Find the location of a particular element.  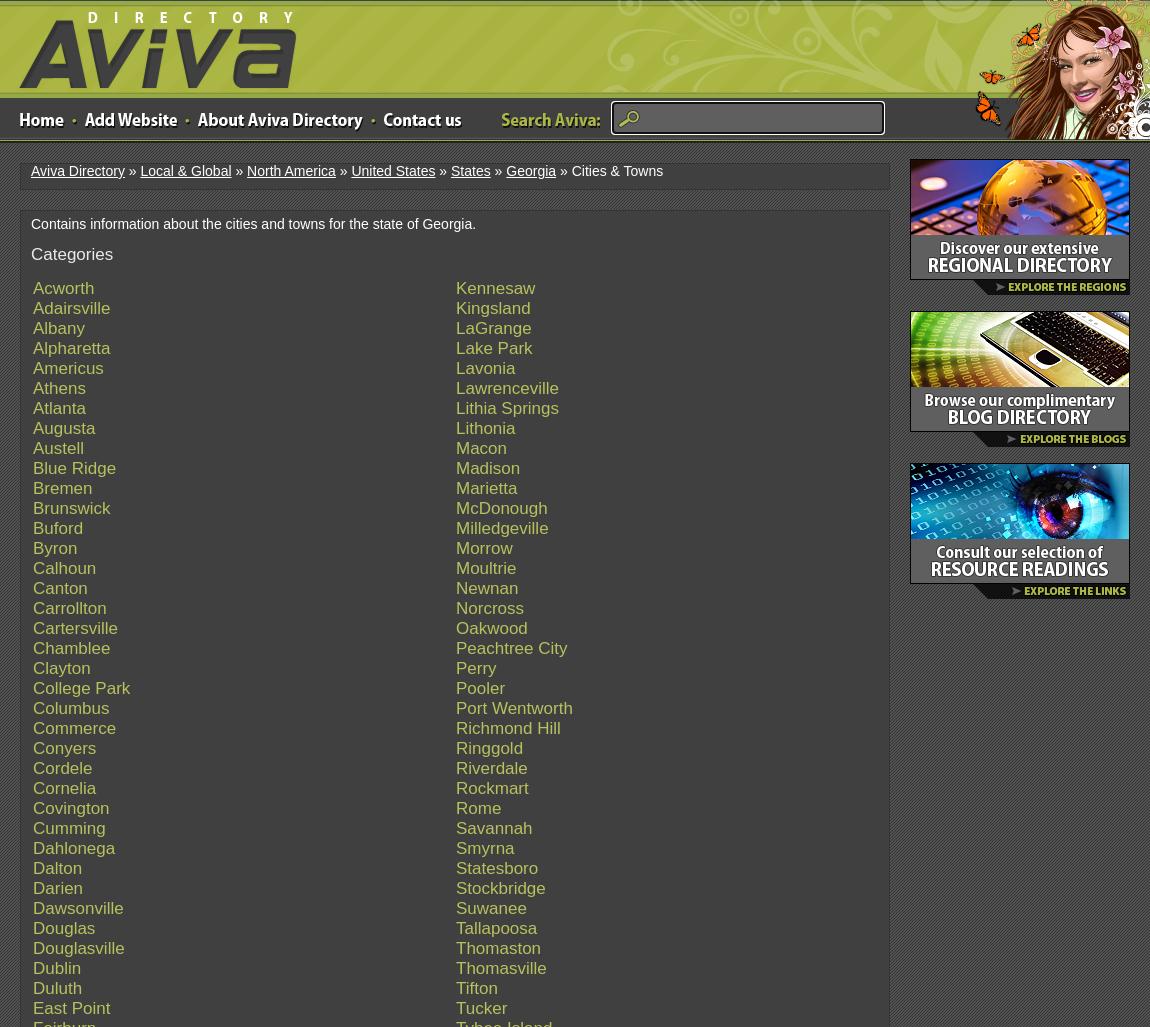

'Cordele' is located at coordinates (61, 767).